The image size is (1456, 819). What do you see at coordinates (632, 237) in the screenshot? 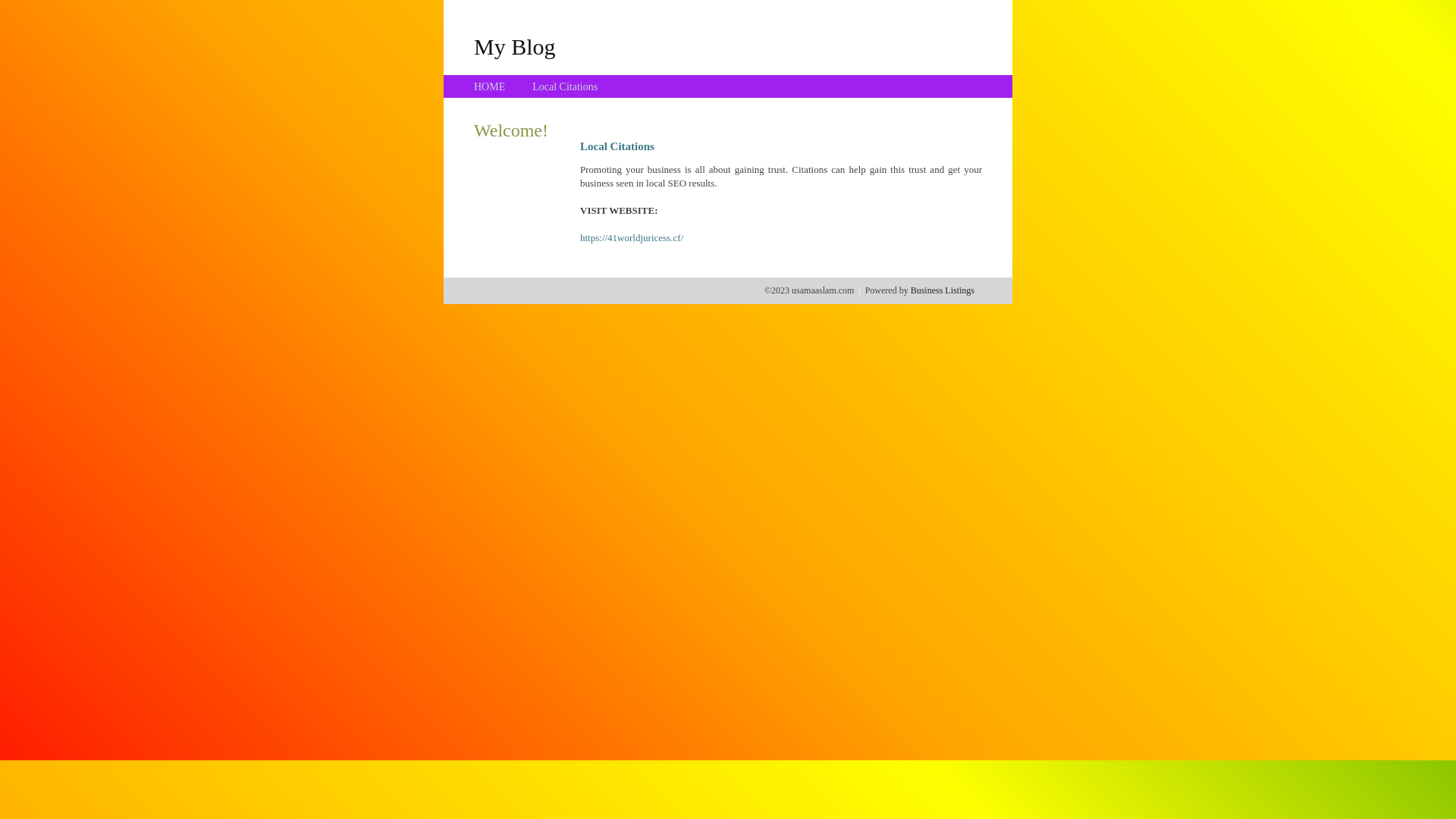
I see `'https://41worldjuricess.cf/'` at bounding box center [632, 237].